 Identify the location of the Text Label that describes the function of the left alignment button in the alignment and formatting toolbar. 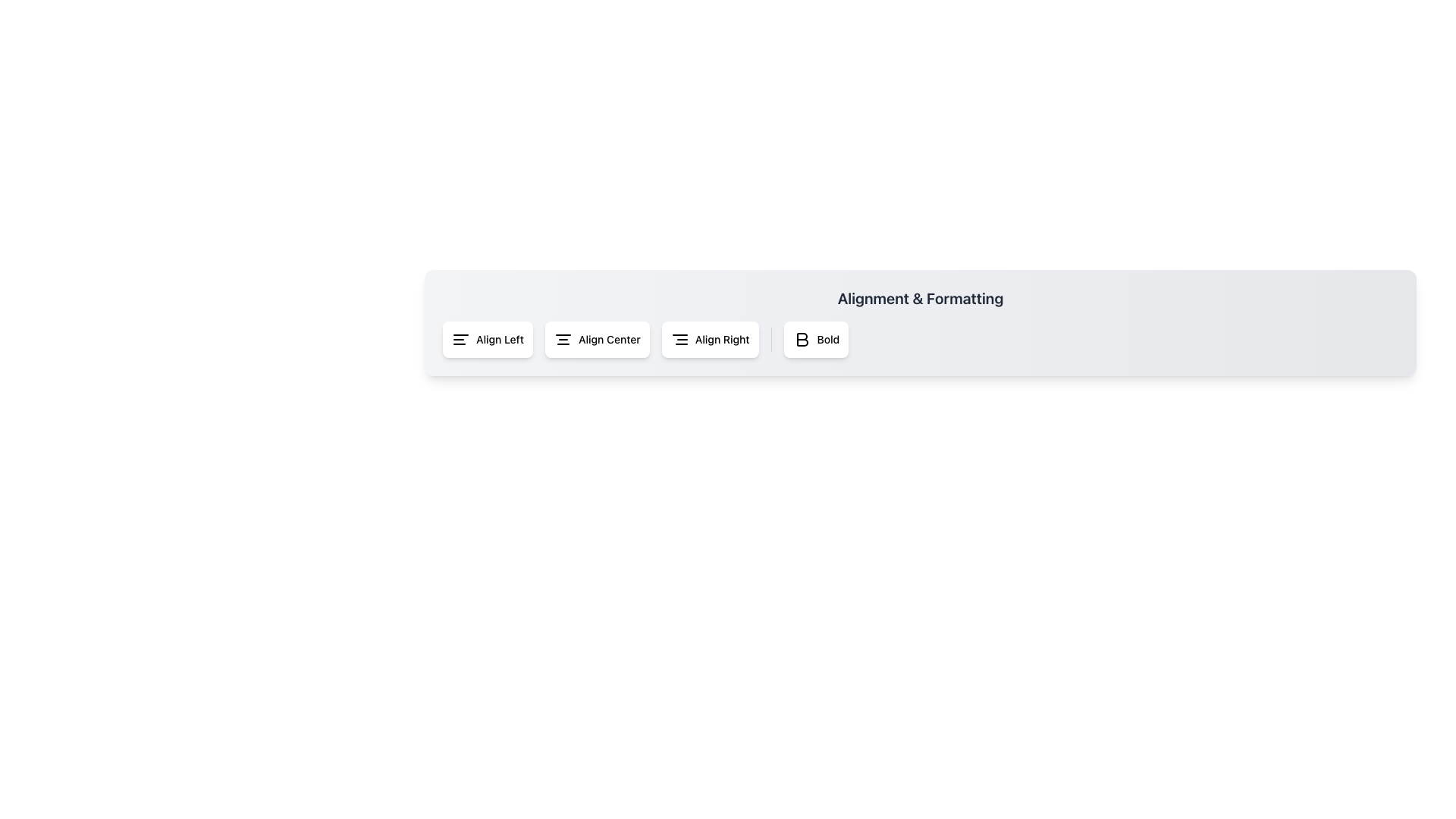
(500, 338).